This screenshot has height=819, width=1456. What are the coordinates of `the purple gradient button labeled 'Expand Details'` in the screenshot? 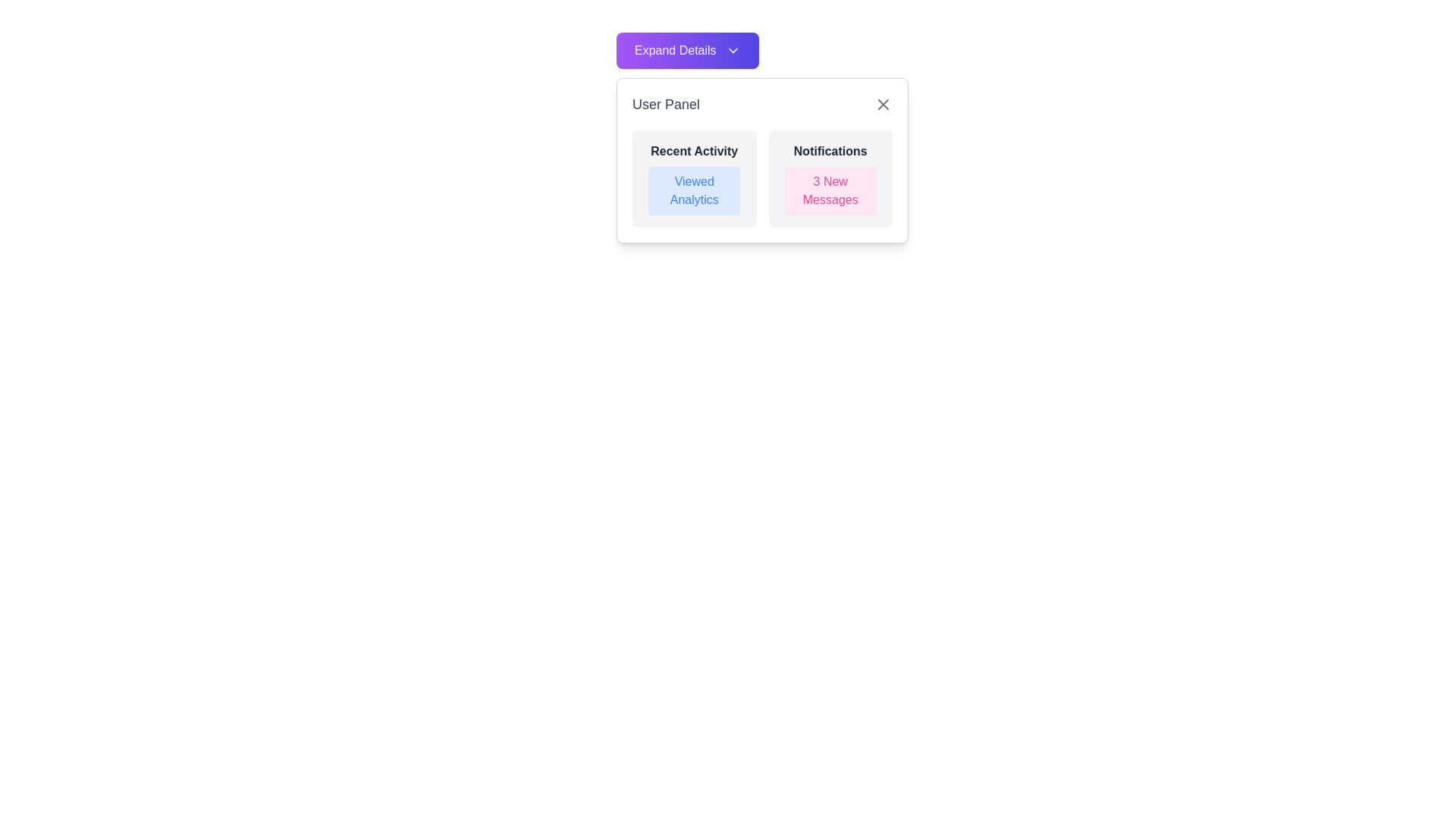 It's located at (762, 49).